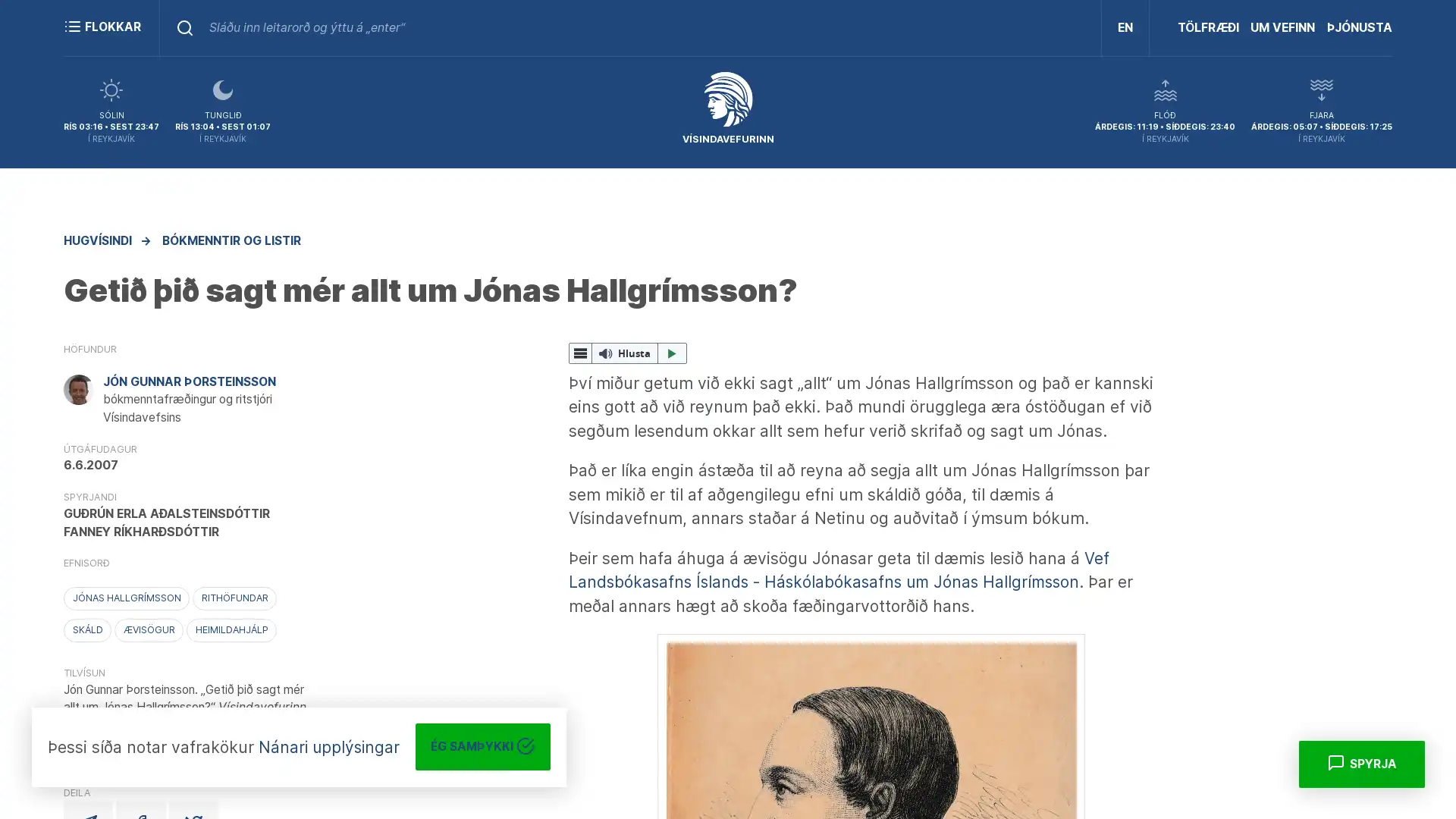 This screenshot has height=819, width=1456. I want to click on ReadSpeaker webReader: Hlusta me webReader, so click(628, 353).